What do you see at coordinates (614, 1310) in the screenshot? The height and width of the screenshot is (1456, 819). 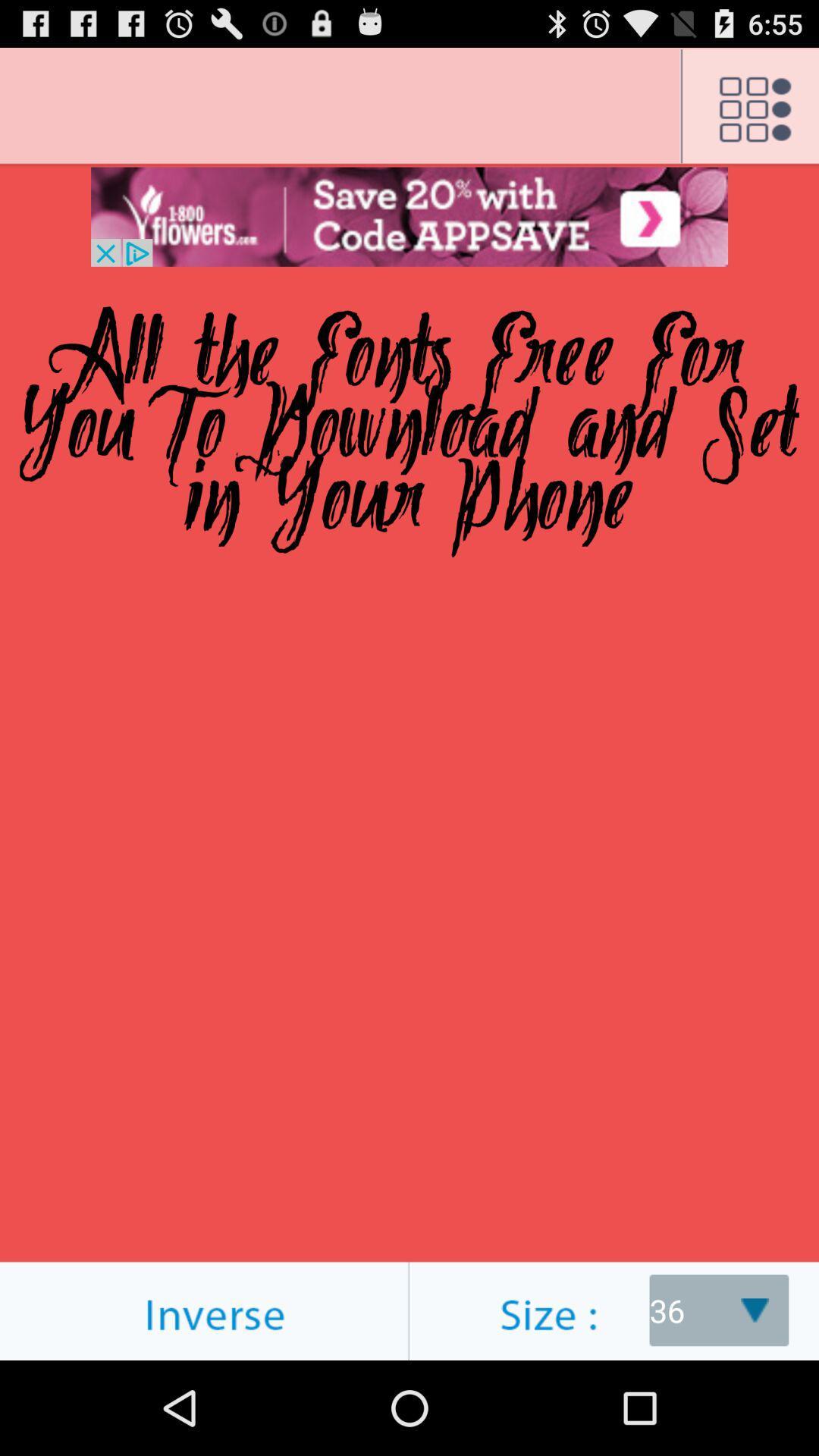 I see `size` at bounding box center [614, 1310].